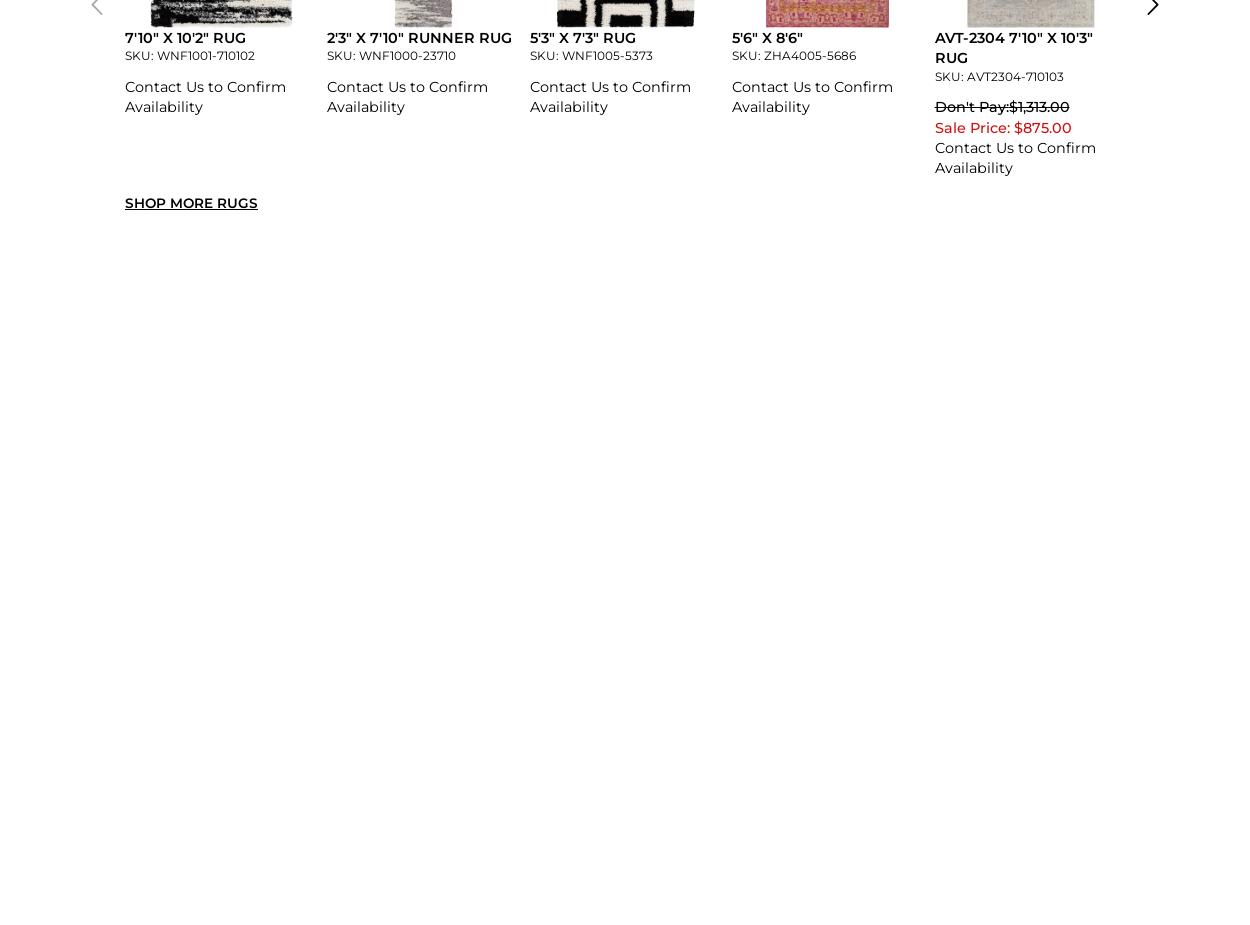  What do you see at coordinates (362, 459) in the screenshot?
I see `'Imported'` at bounding box center [362, 459].